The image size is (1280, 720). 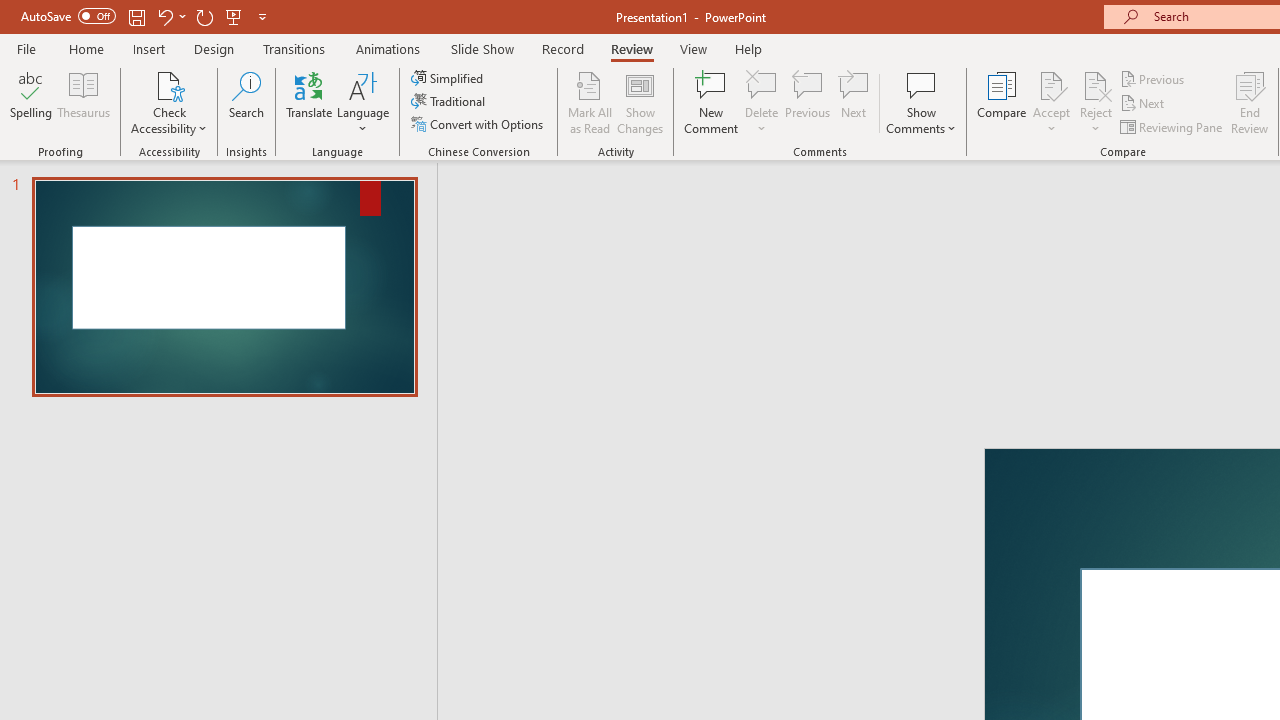 What do you see at coordinates (68, 16) in the screenshot?
I see `'AutoSave'` at bounding box center [68, 16].